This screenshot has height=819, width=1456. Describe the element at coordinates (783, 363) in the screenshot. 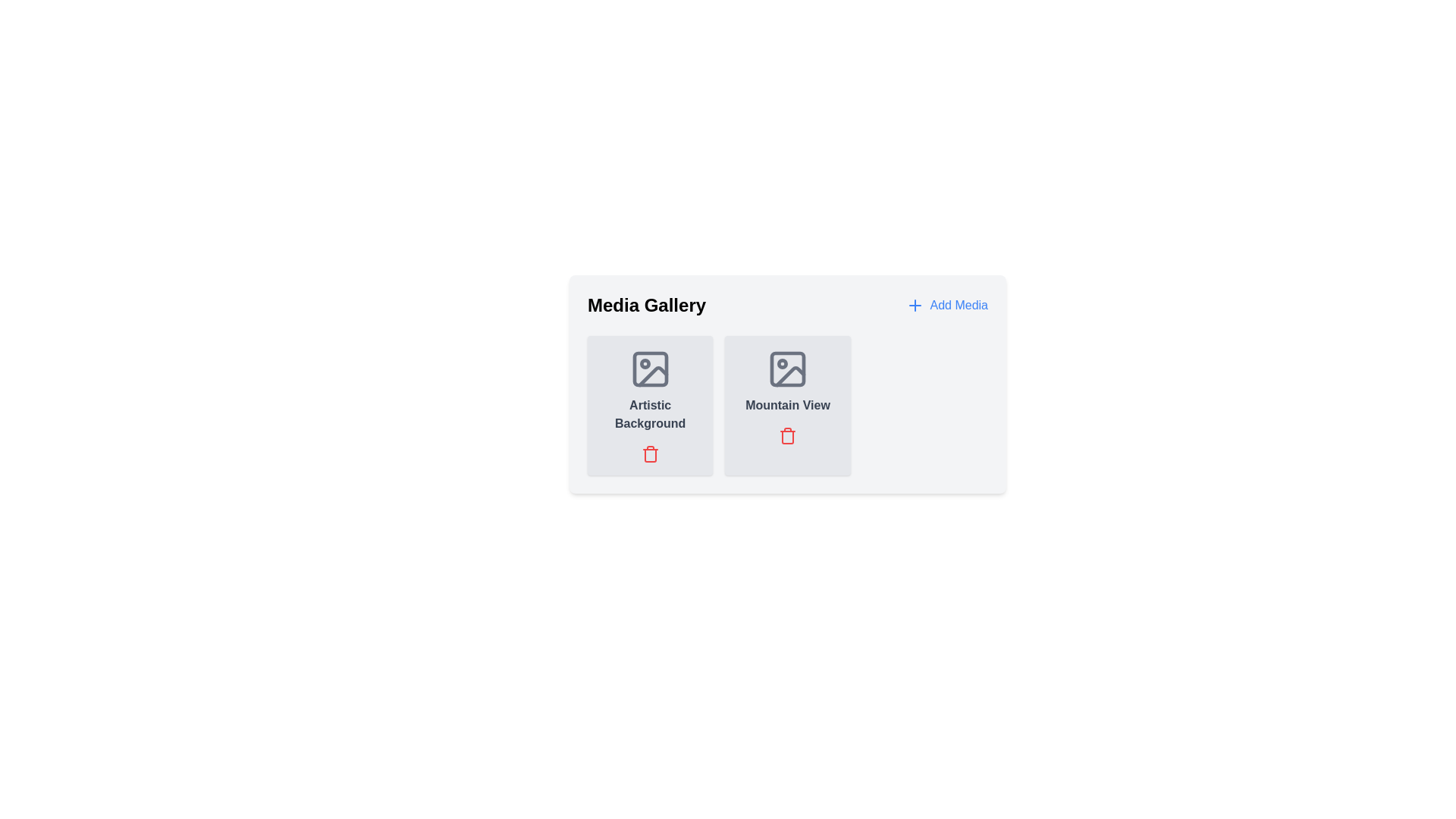

I see `the role of the circle element within the 'Mountain View' image icon in the 'Media Gallery' interface, which highlights specific parts of the icon` at that location.